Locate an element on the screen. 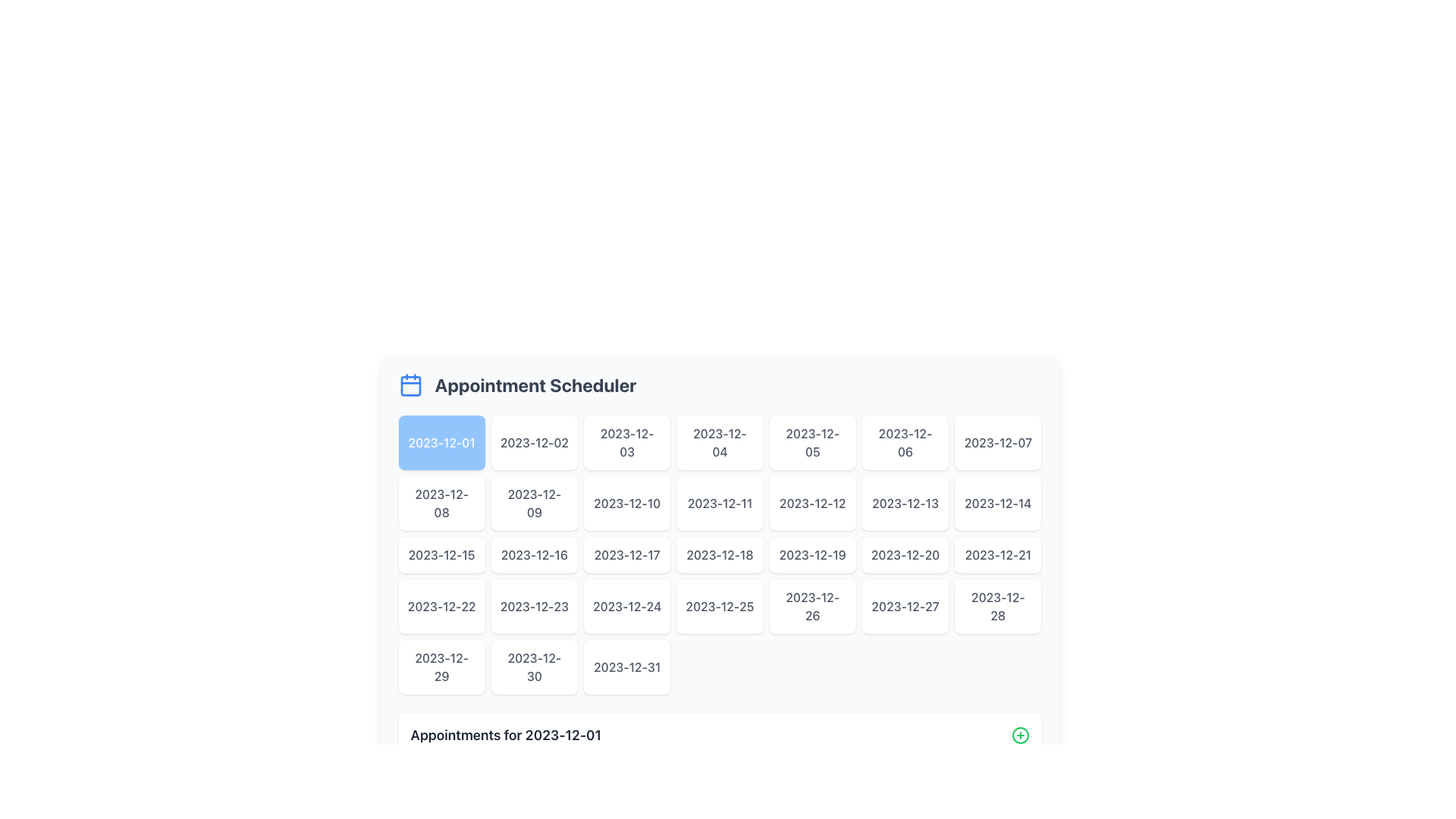 The width and height of the screenshot is (1456, 819). the date selection button located in the first row, third column of the calendar interface is located at coordinates (626, 442).